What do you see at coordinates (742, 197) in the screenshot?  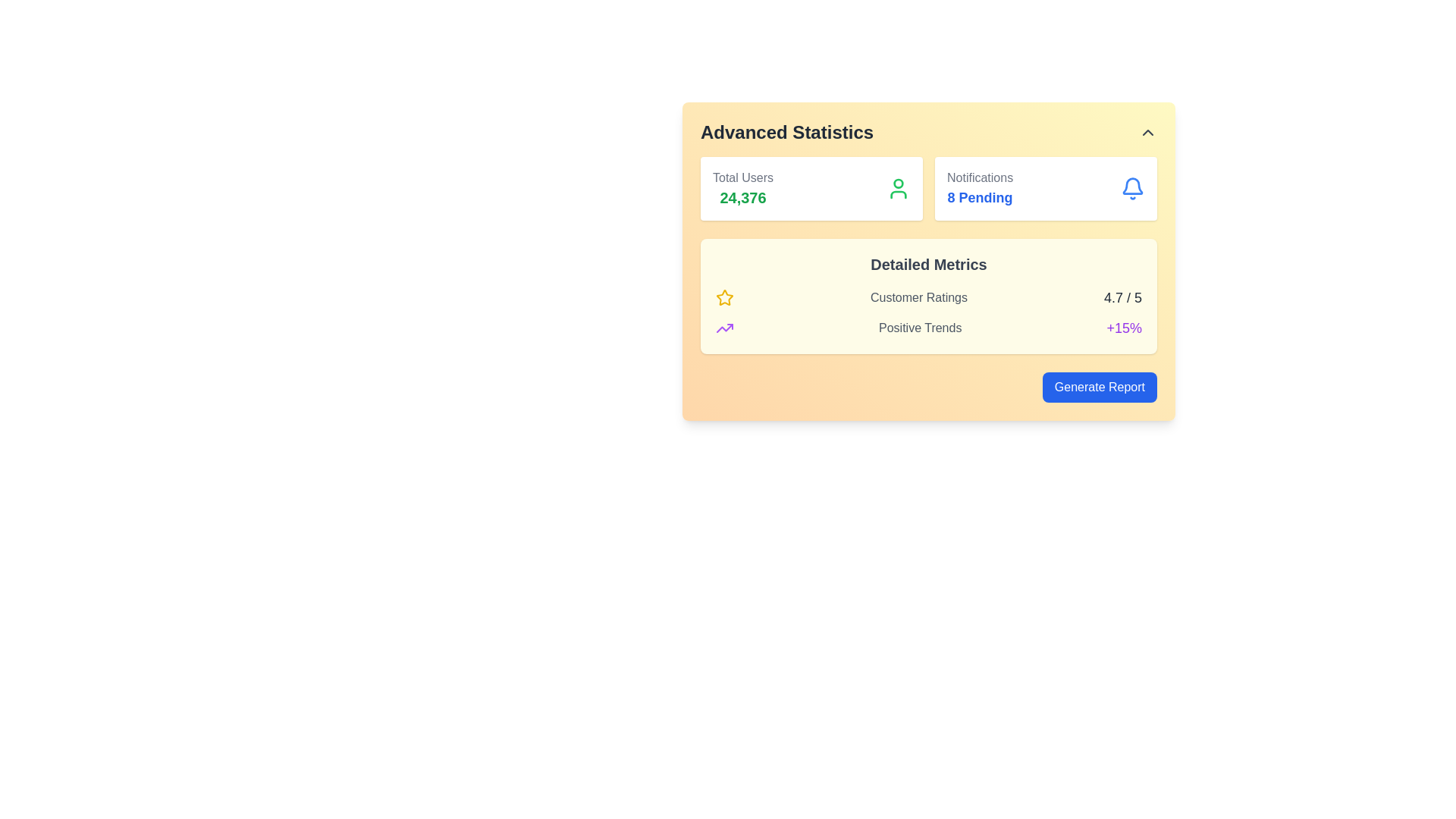 I see `the text label displaying the total count of users, located under the 'Total Users' label on the right-hand side panel` at bounding box center [742, 197].